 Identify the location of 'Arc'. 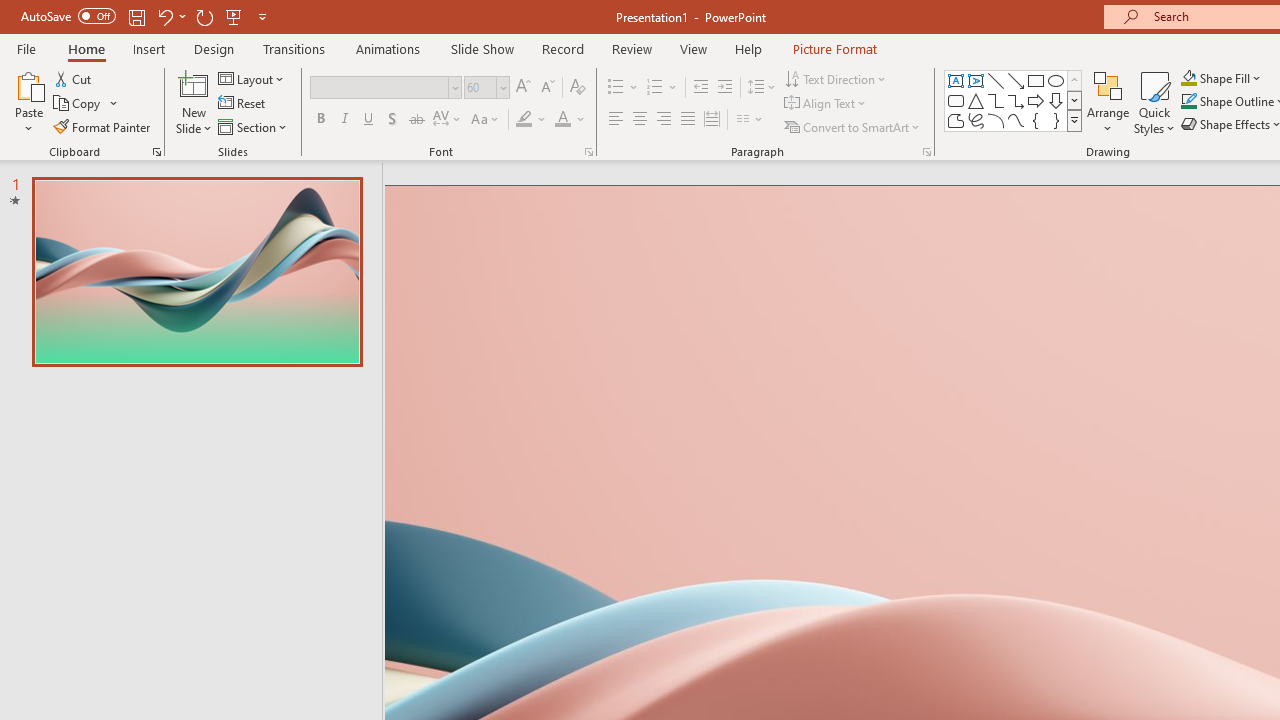
(995, 120).